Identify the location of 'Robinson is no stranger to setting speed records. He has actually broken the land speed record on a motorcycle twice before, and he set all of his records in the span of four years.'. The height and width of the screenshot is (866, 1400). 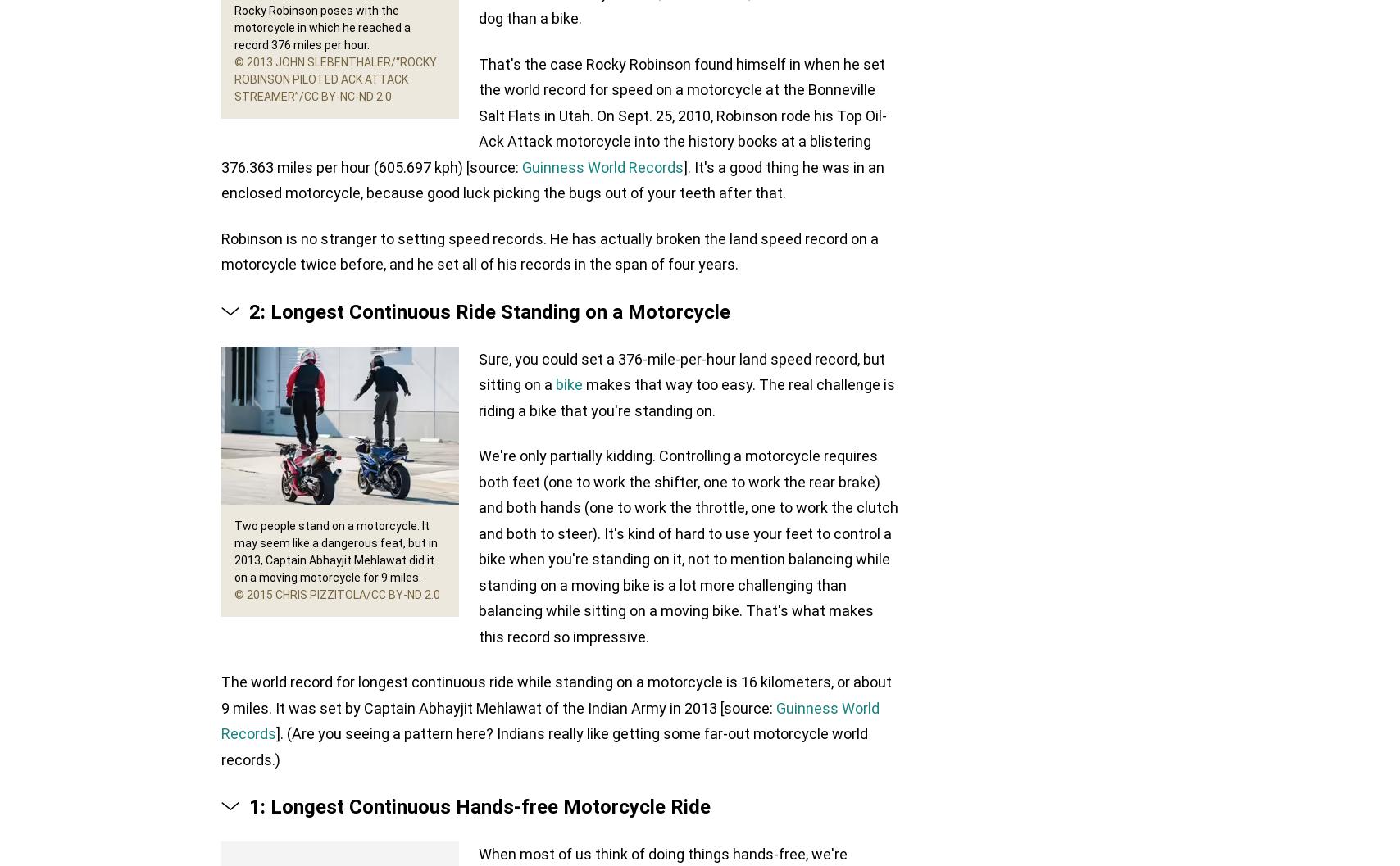
(221, 251).